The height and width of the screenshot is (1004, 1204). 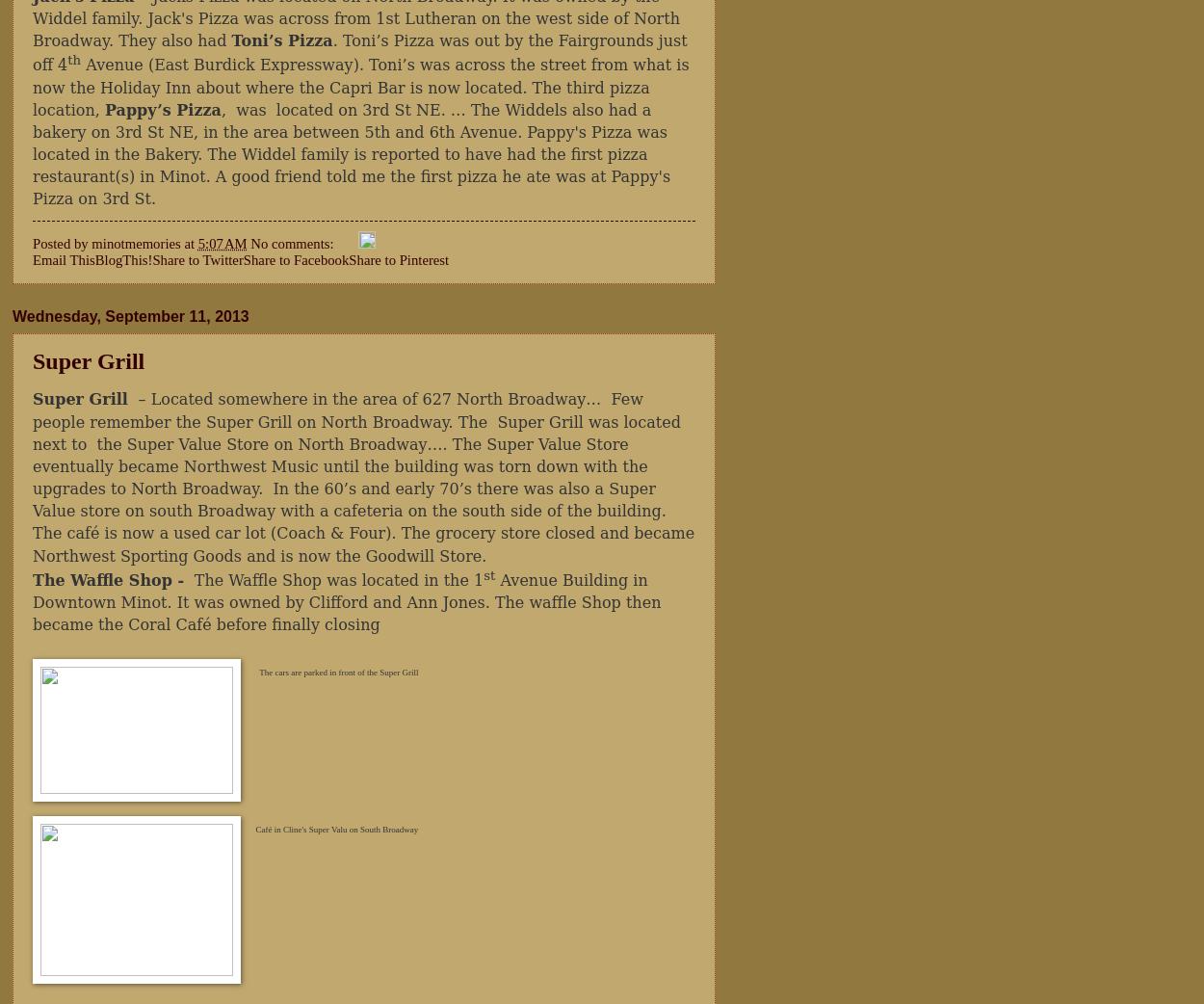 What do you see at coordinates (88, 358) in the screenshot?
I see `'Super Grill'` at bounding box center [88, 358].